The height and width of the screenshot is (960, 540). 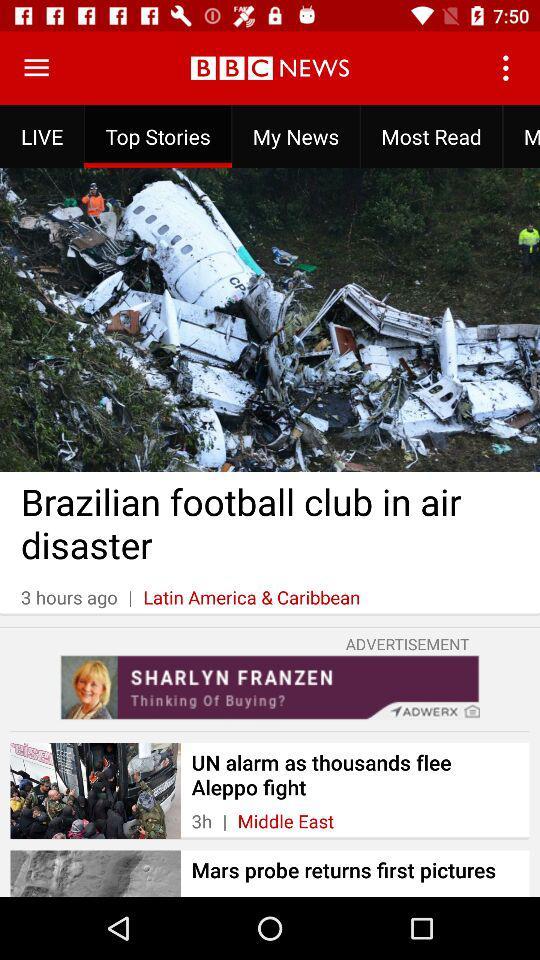 I want to click on advertisement, so click(x=270, y=687).